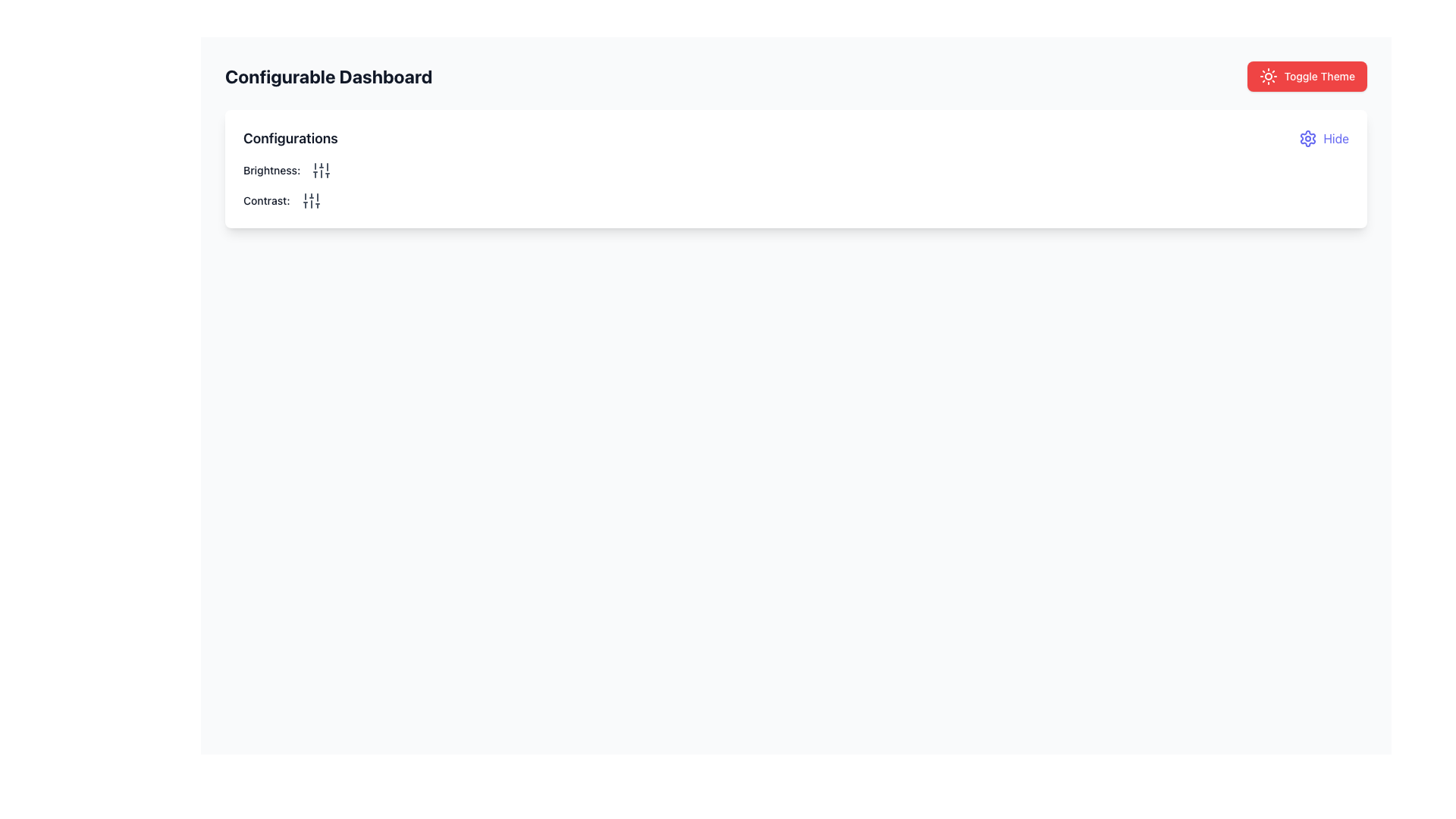  I want to click on the contrast adjustment icon located to the right of the 'Contrast:' label in the 'Configurations' section, so click(310, 200).